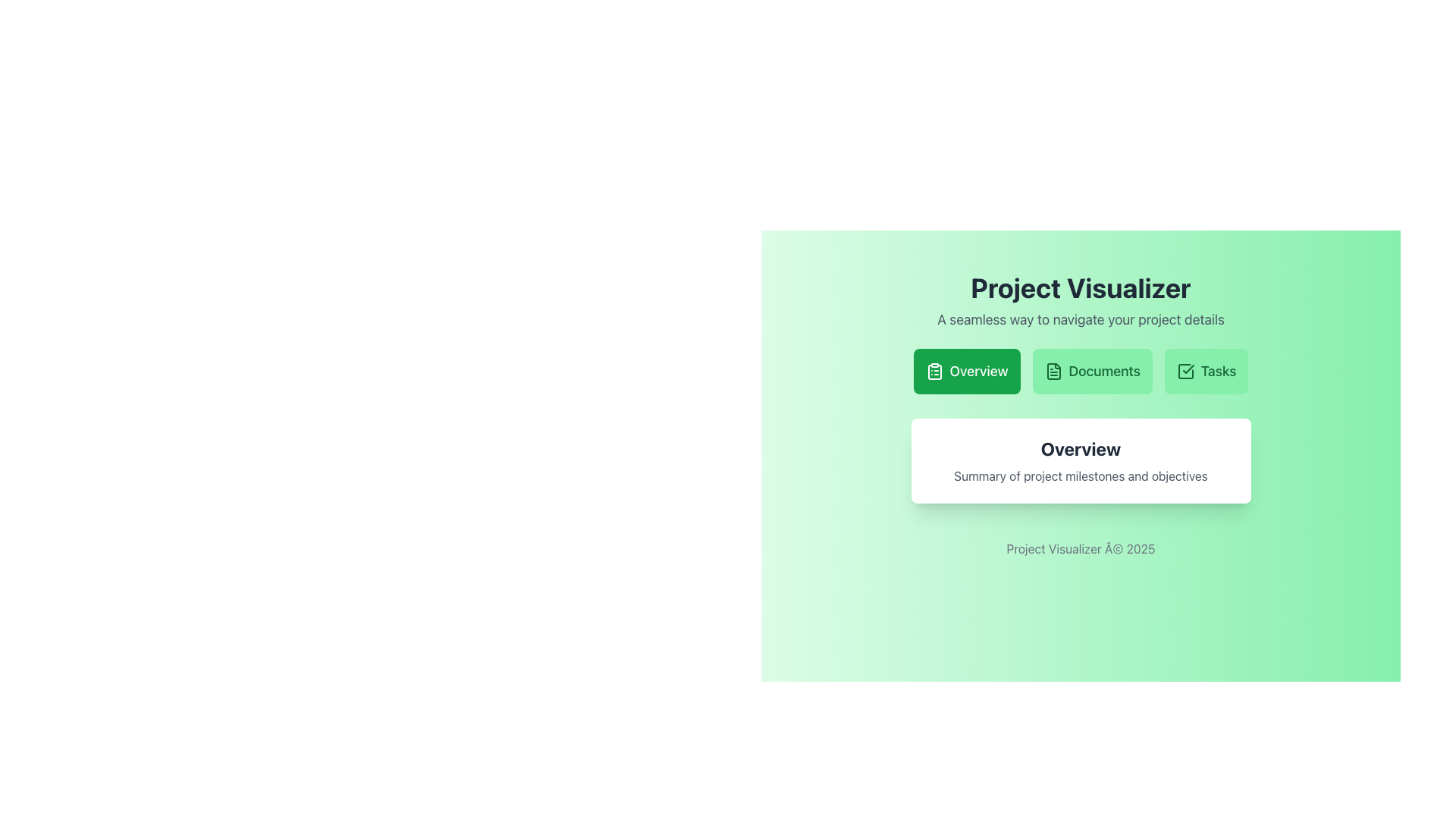 Image resolution: width=1456 pixels, height=819 pixels. Describe the element at coordinates (1053, 371) in the screenshot. I see `the 'Documents' button containing the file icon, which is the middle button in the row under the 'Project Visualizer' header` at that location.